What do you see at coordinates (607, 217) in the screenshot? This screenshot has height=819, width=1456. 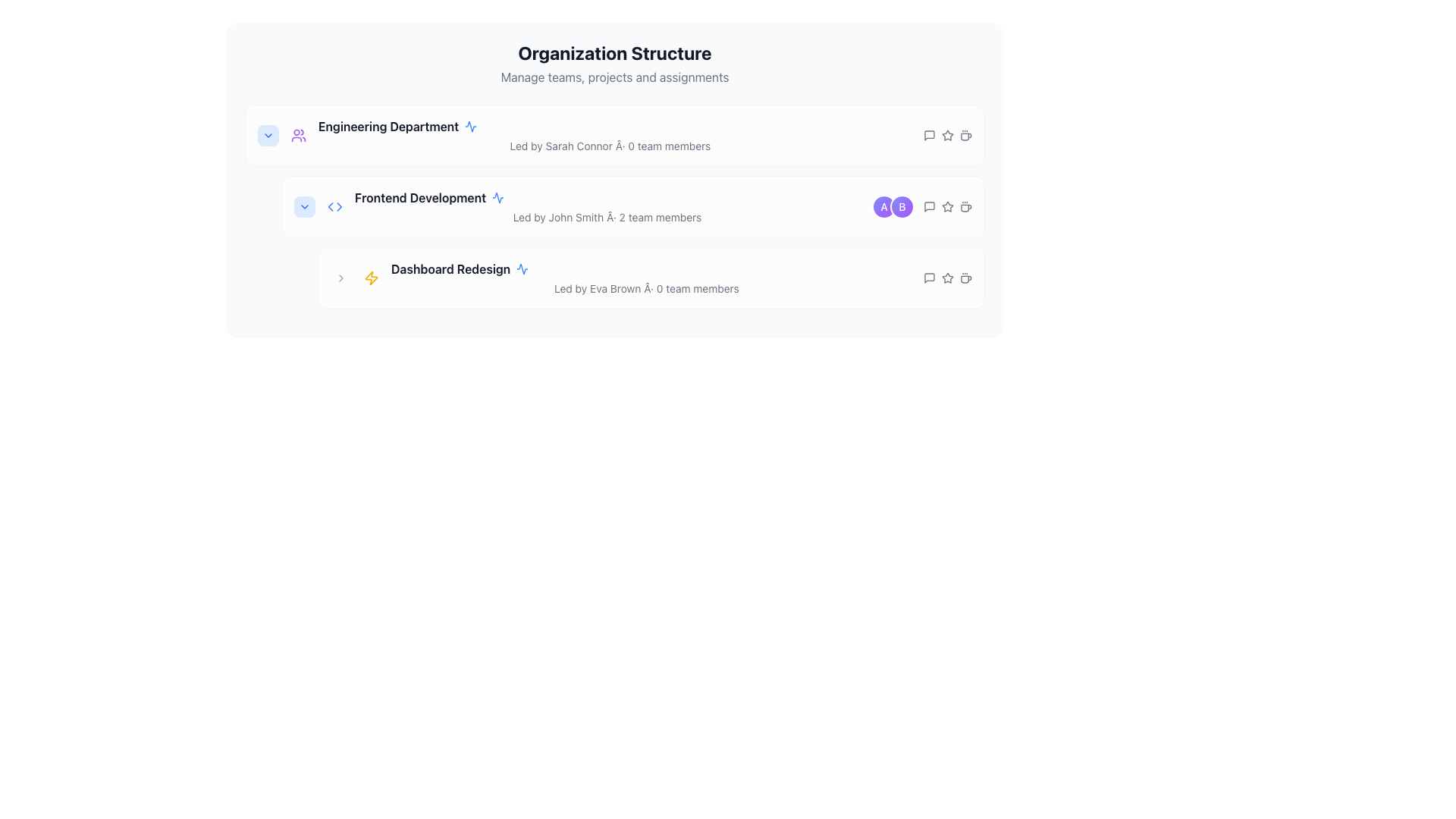 I see `the informational text about the leader and team members in the 'Frontend Development' section, which is centrally aligned beneath the section title` at bounding box center [607, 217].